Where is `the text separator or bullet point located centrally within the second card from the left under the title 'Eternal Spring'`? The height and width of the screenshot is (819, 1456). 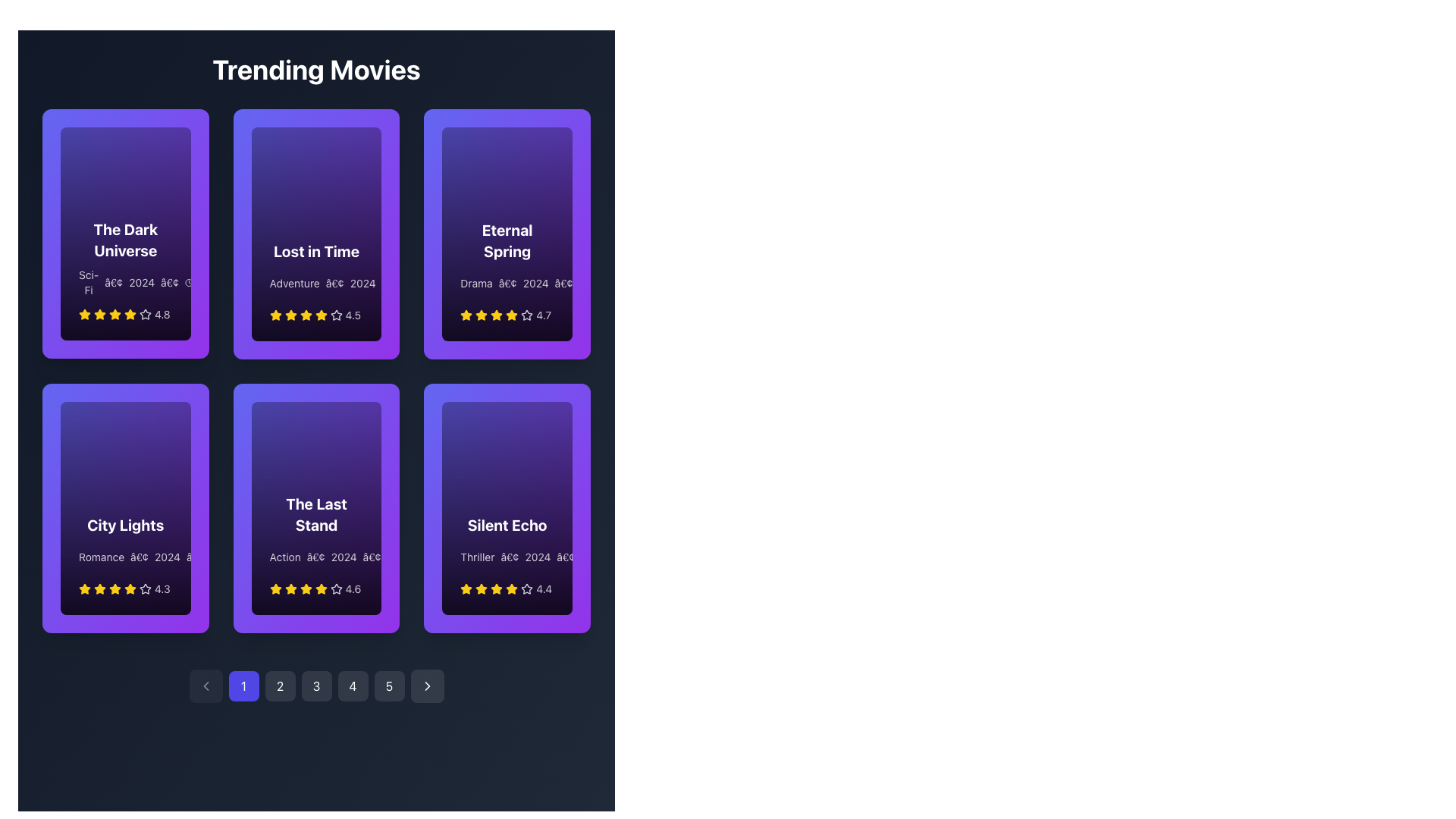
the text separator or bullet point located centrally within the second card from the left under the title 'Eternal Spring' is located at coordinates (507, 283).